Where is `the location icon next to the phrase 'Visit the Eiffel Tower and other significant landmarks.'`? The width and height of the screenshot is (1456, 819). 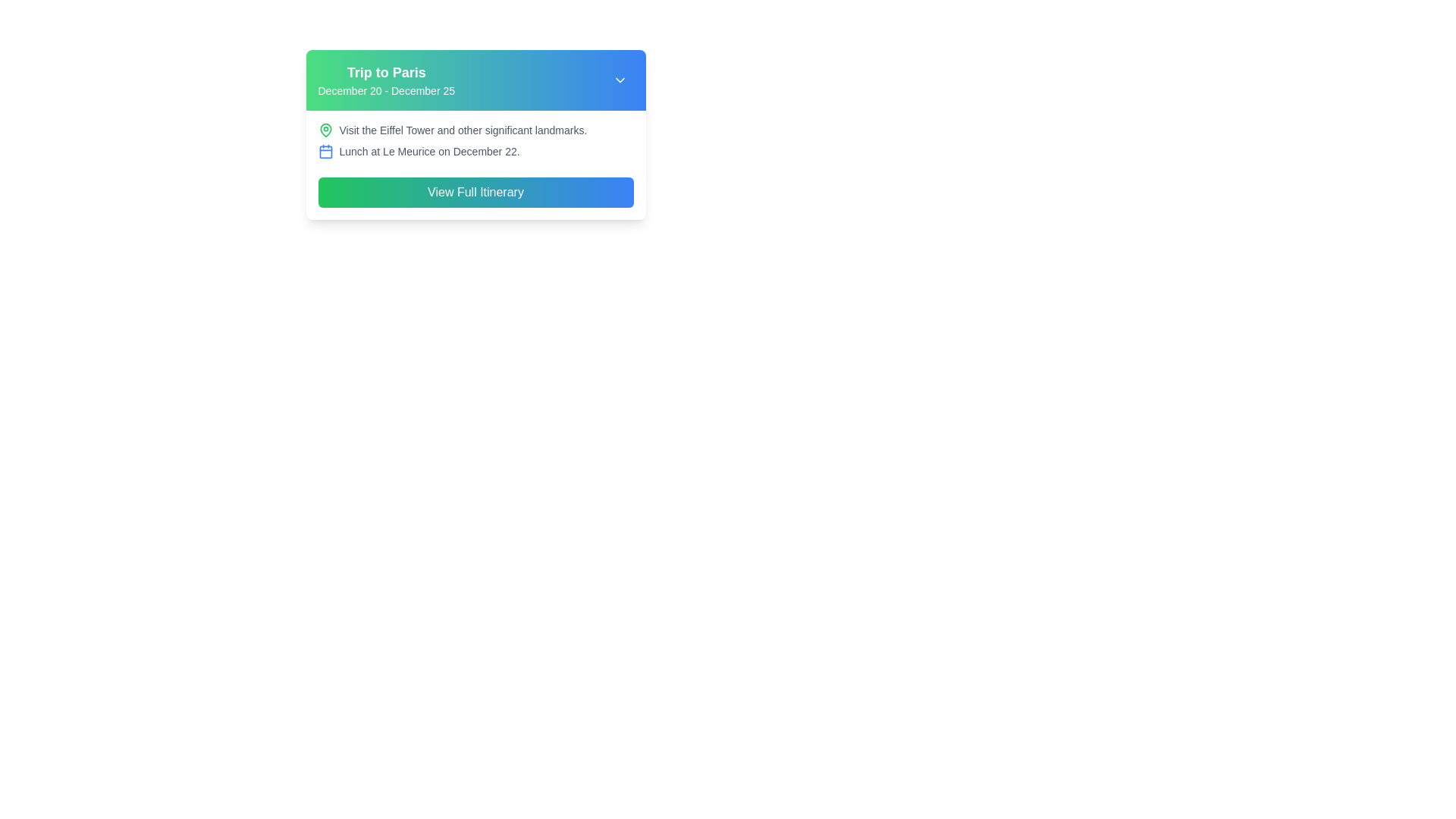 the location icon next to the phrase 'Visit the Eiffel Tower and other significant landmarks.' is located at coordinates (325, 130).